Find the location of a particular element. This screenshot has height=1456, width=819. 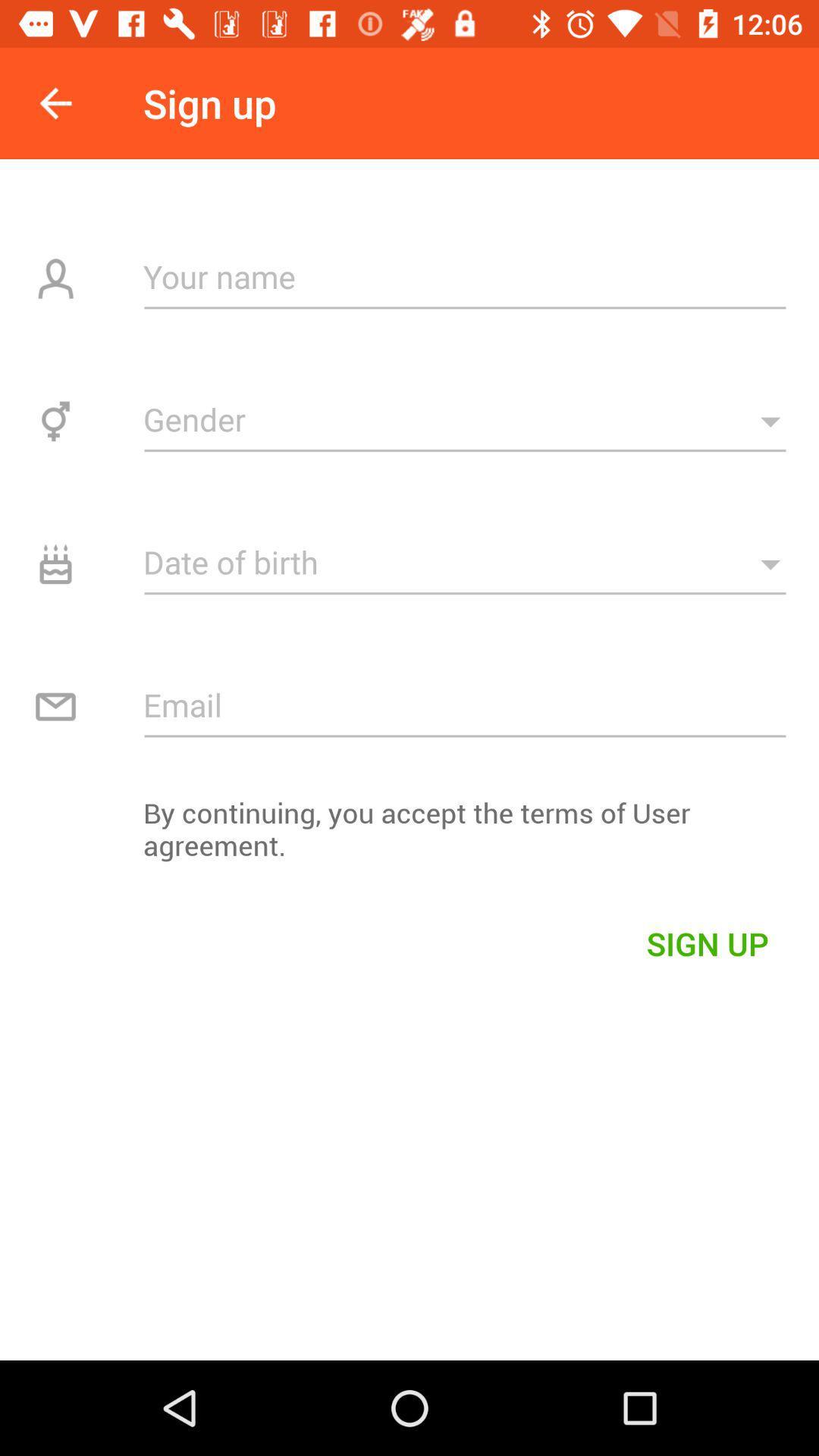

type text is located at coordinates (464, 276).